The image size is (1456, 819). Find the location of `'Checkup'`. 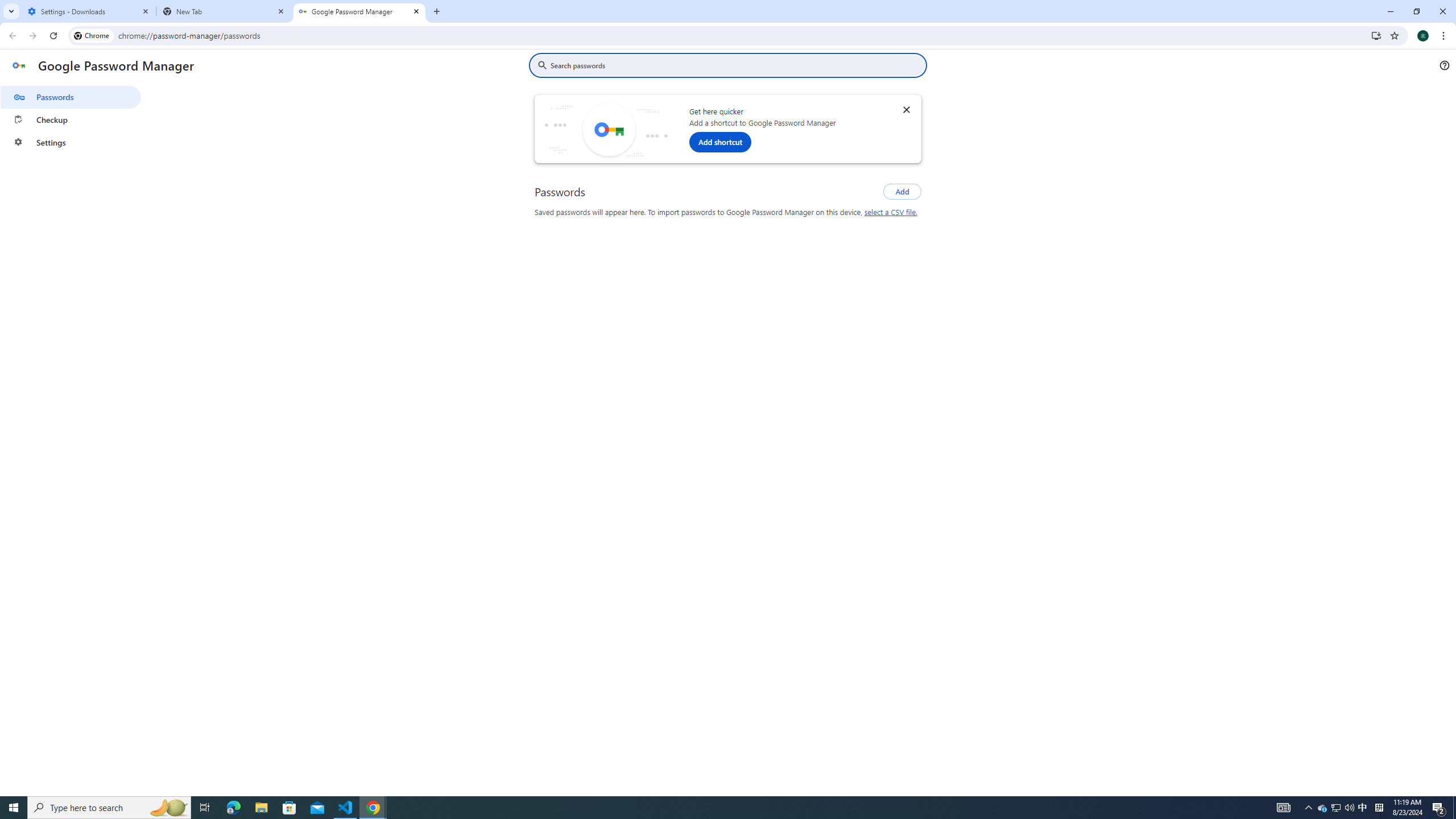

'Checkup' is located at coordinates (70, 119).